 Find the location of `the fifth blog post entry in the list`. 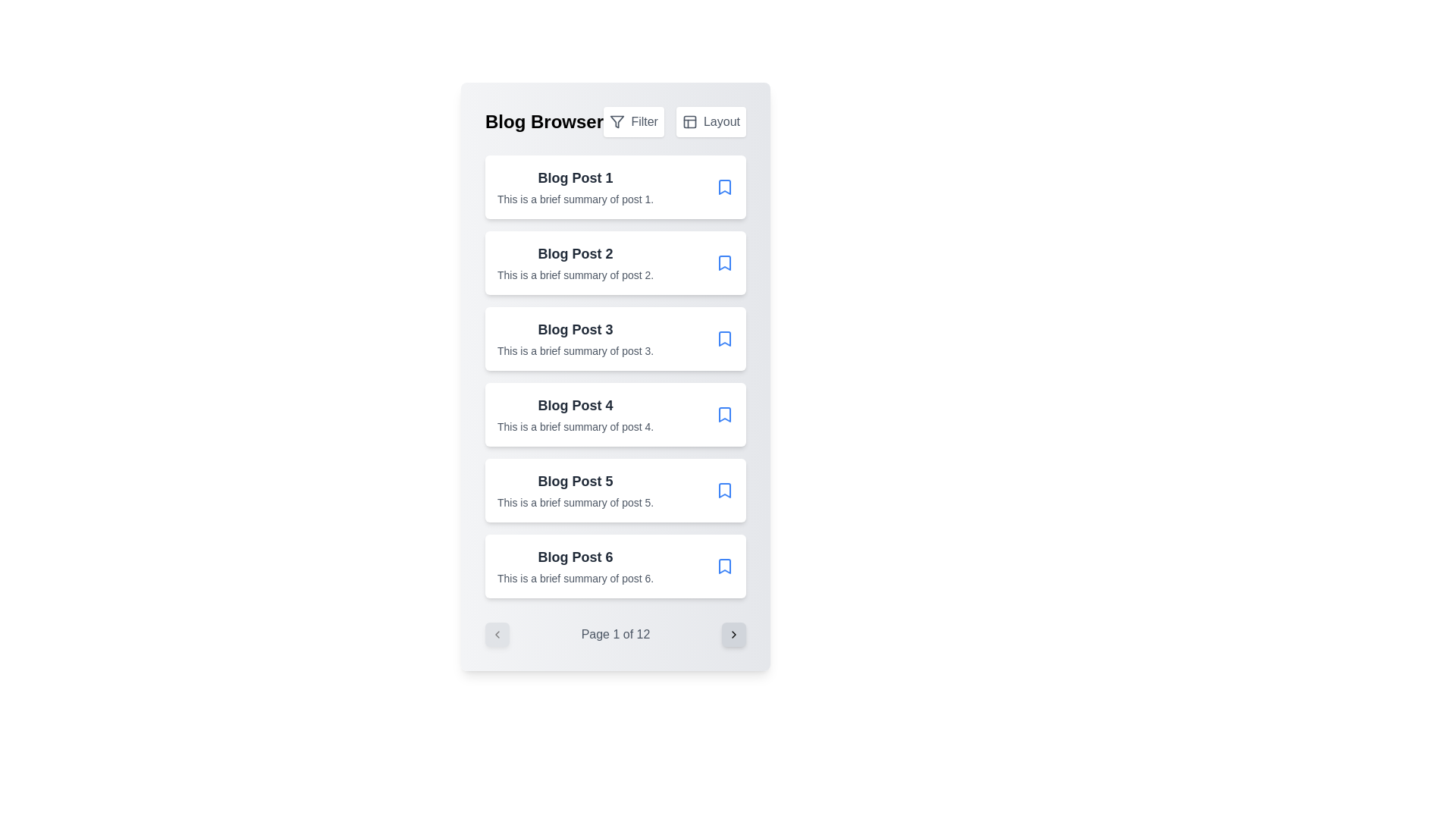

the fifth blog post entry in the list is located at coordinates (575, 491).